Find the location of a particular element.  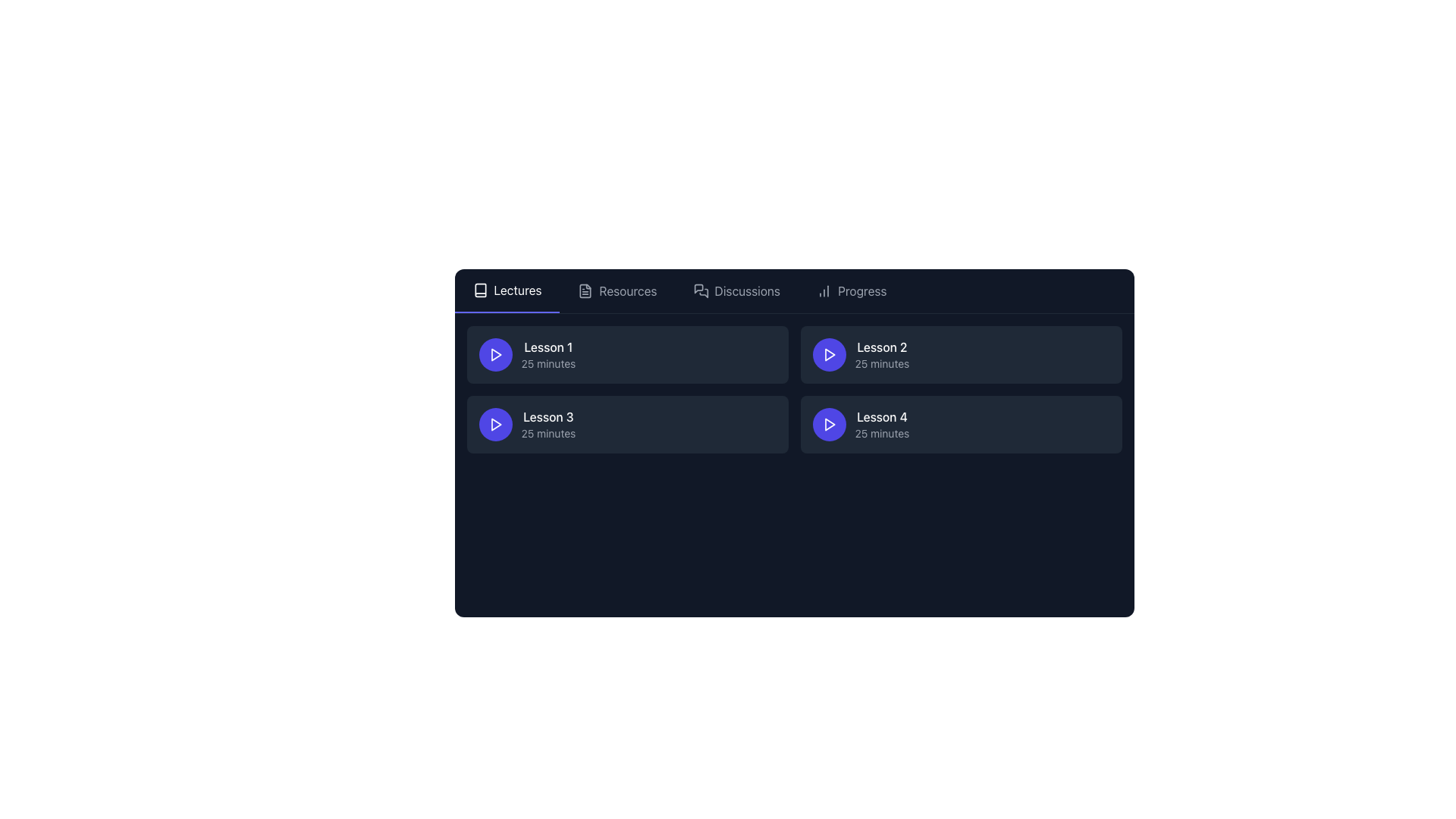

the play button icon located to the left of the text 'Lesson 3' is located at coordinates (496, 354).